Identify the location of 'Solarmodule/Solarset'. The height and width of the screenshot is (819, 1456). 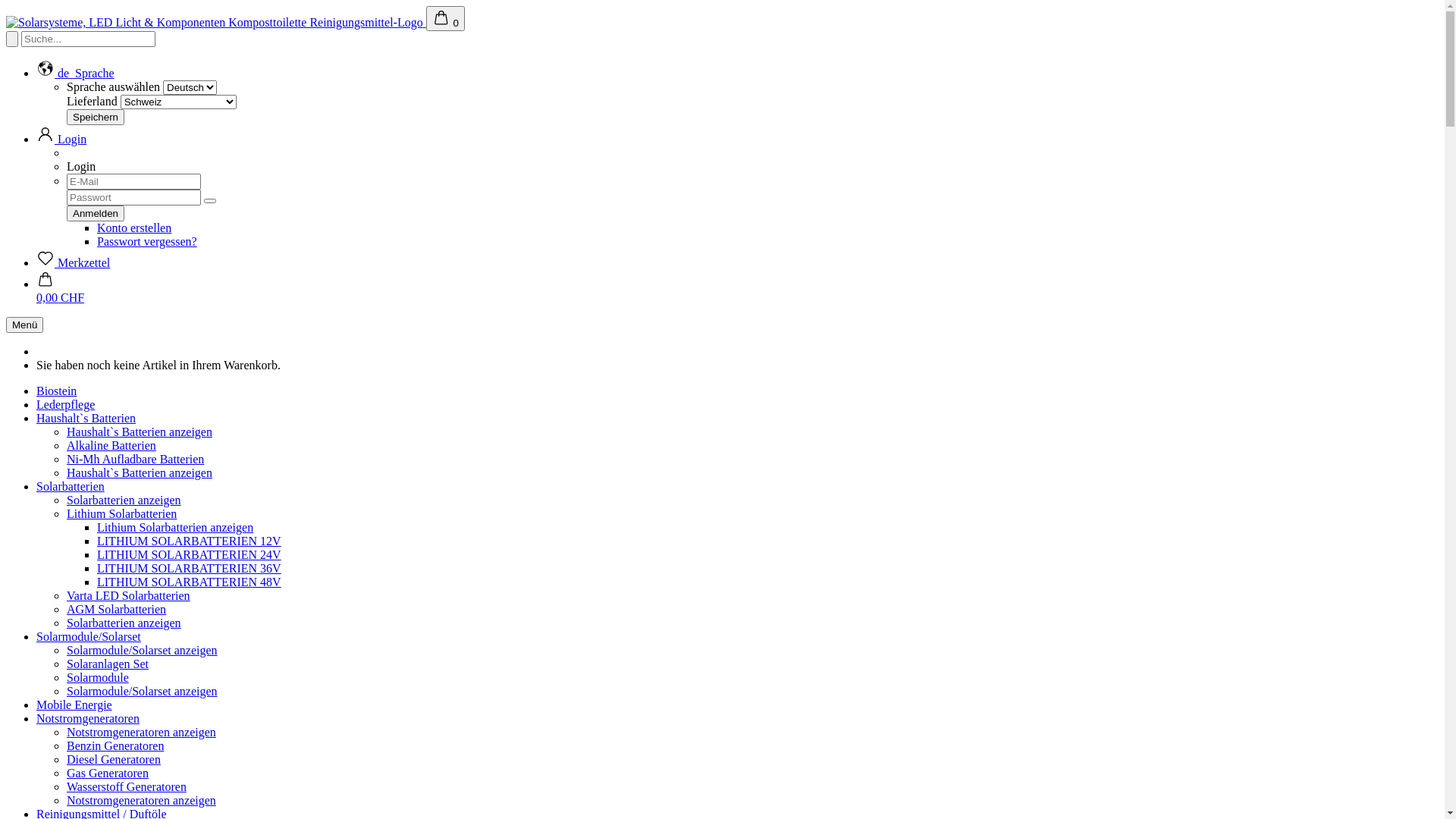
(87, 636).